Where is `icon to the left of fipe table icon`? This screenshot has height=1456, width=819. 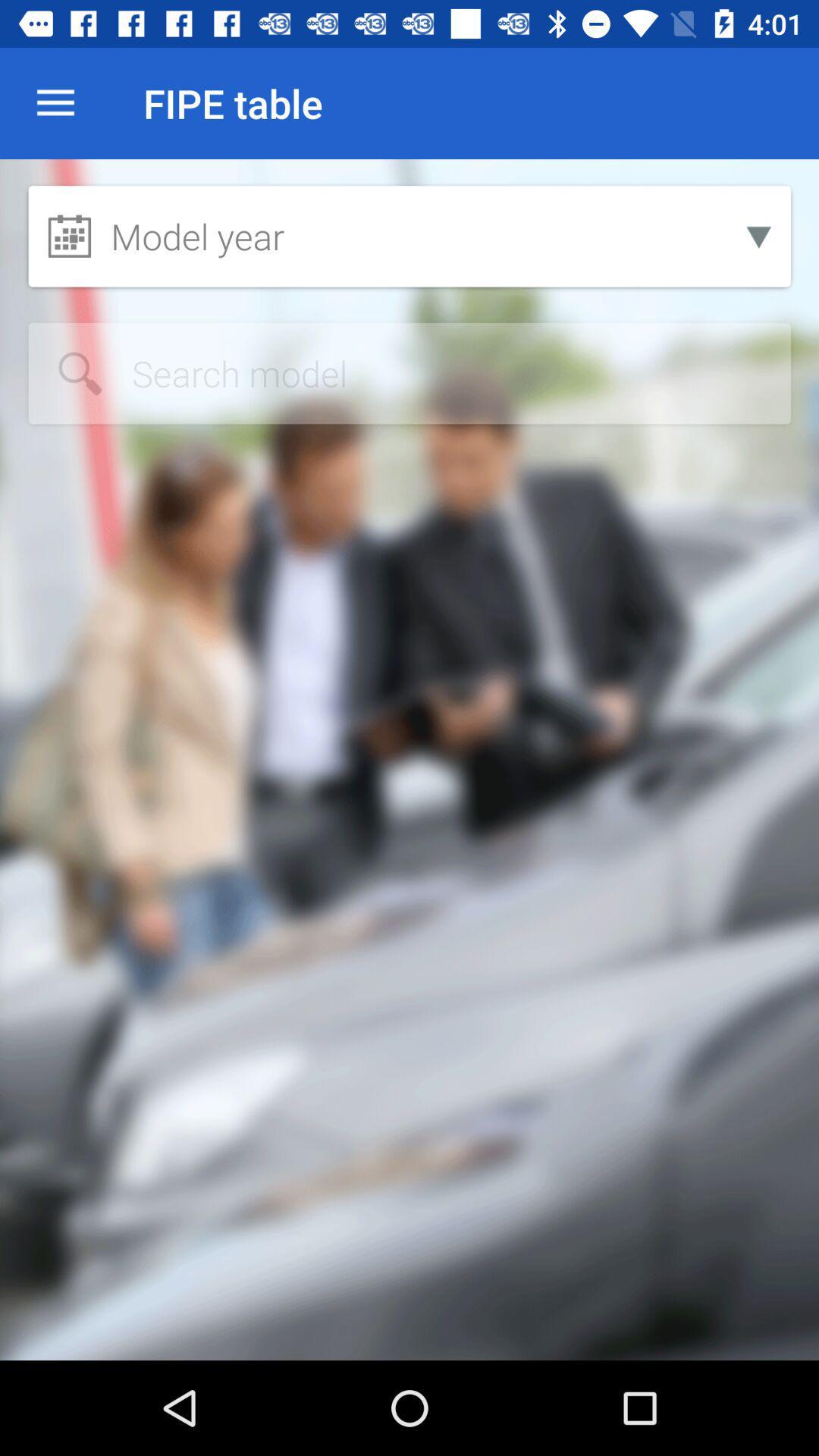
icon to the left of fipe table icon is located at coordinates (55, 102).